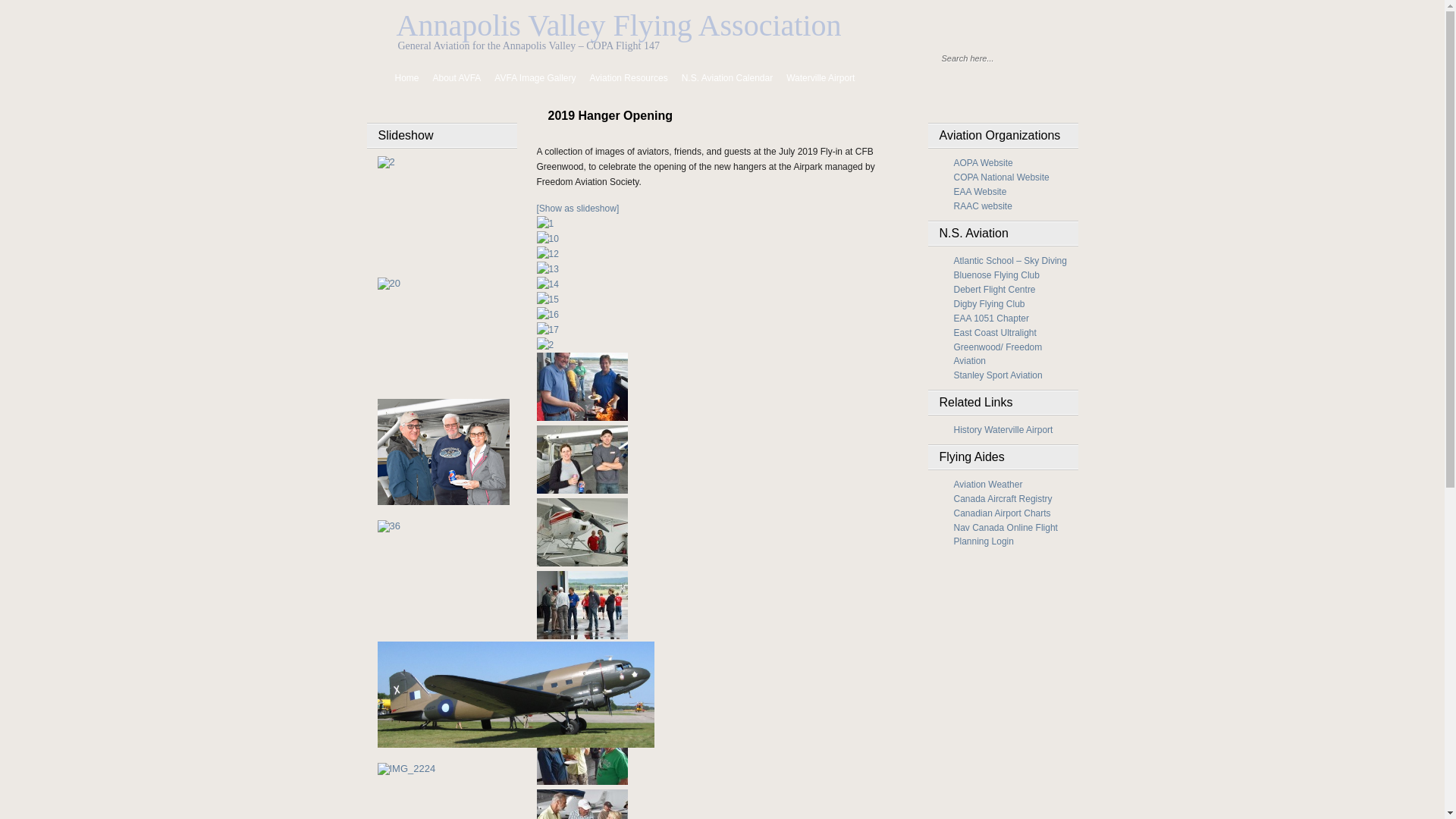 This screenshot has width=1456, height=819. I want to click on '1', so click(537, 223).